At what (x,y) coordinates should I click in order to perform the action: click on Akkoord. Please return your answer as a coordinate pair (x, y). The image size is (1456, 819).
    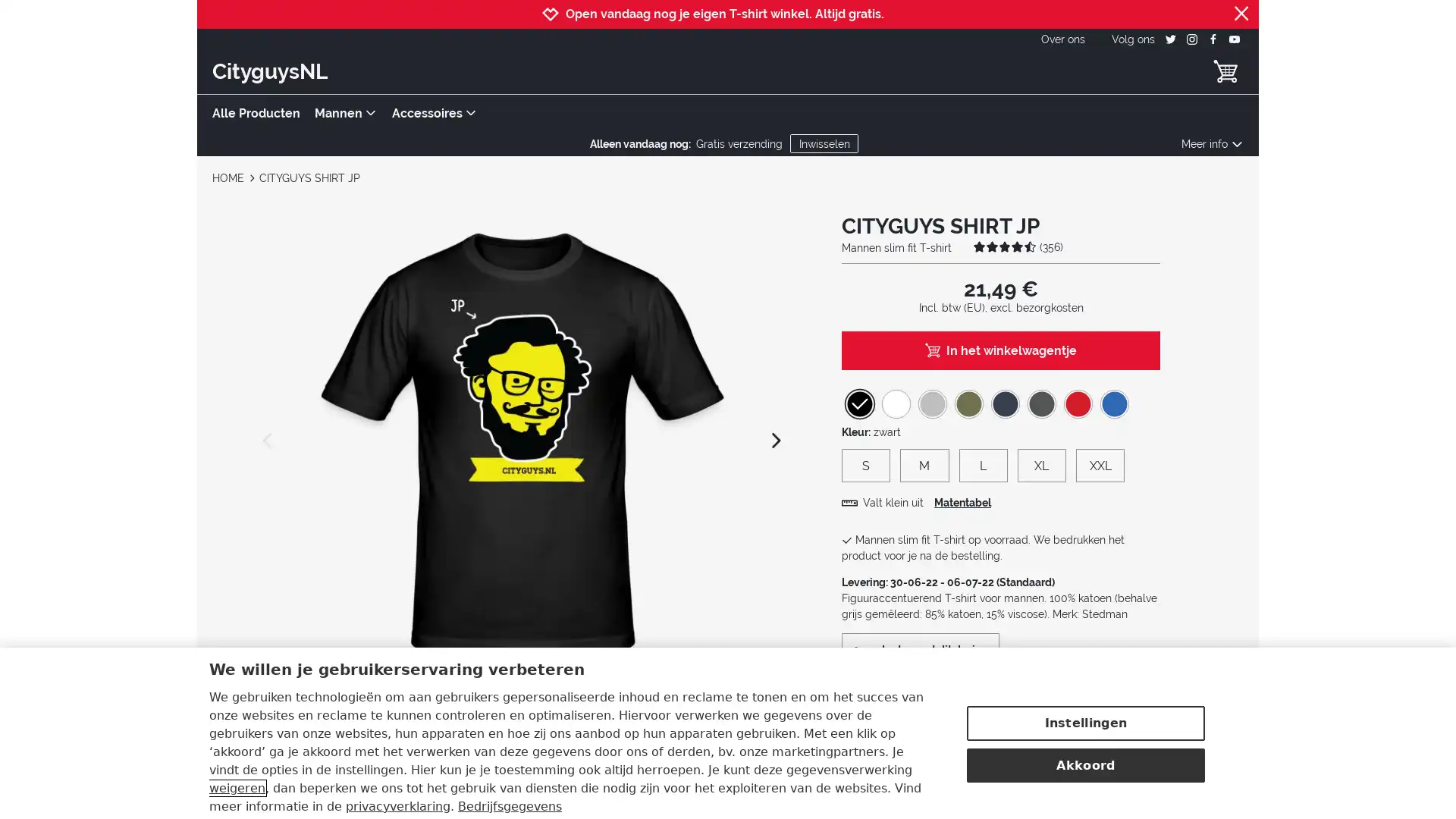
    Looking at the image, I should click on (1084, 730).